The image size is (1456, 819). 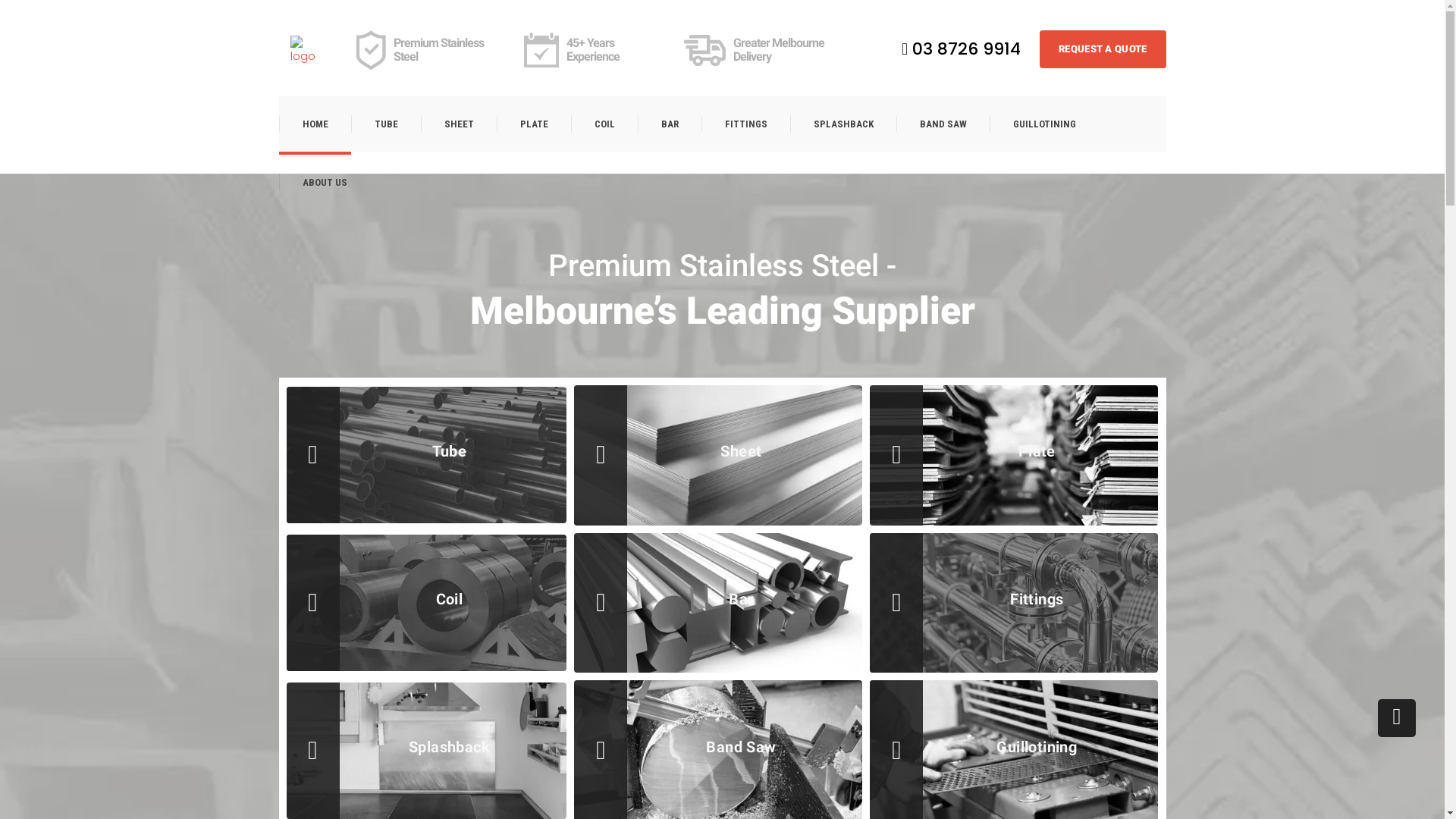 I want to click on 'ABOUT US', so click(x=323, y=181).